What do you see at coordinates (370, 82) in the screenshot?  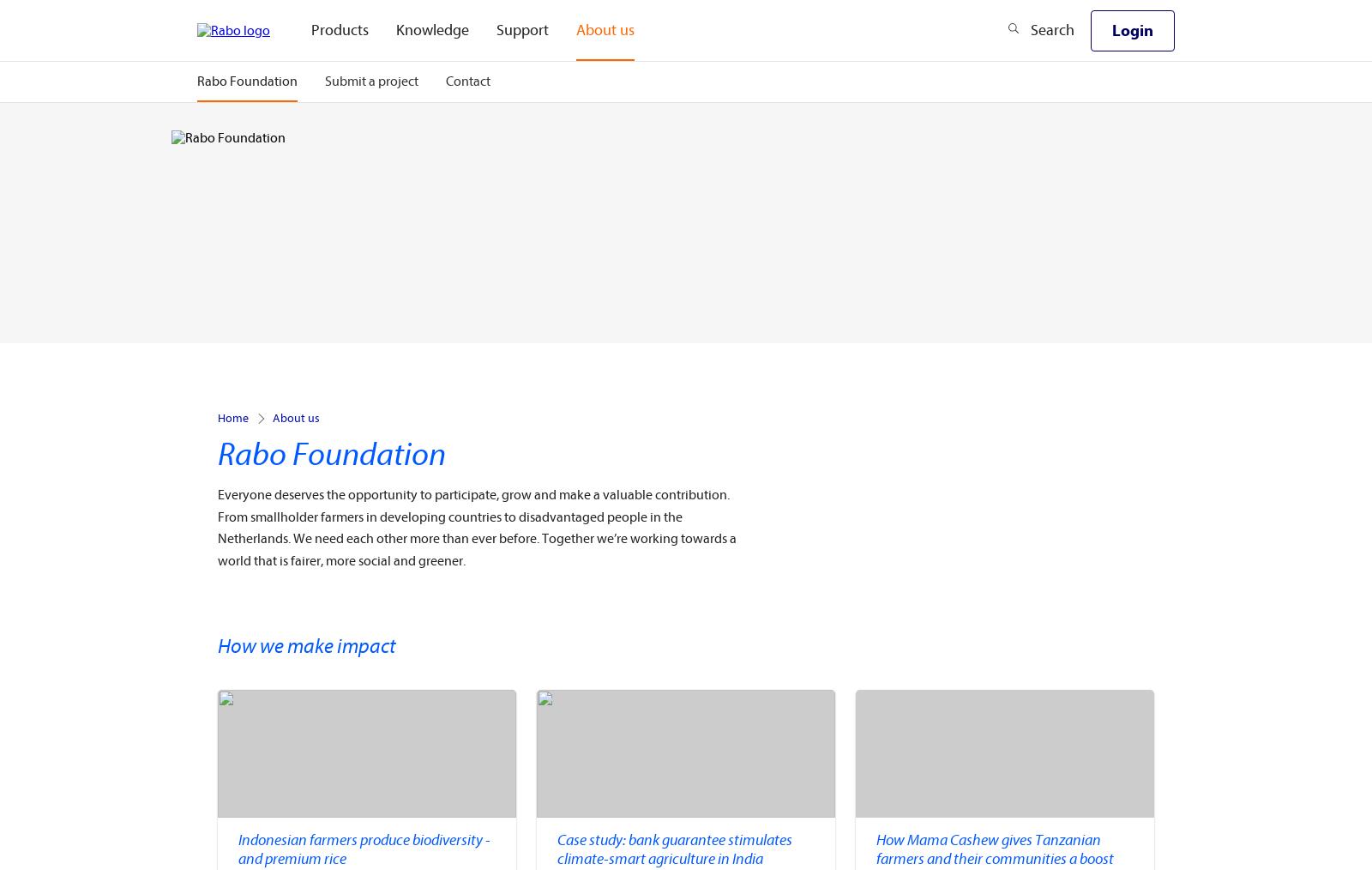 I see `'Submit a project'` at bounding box center [370, 82].